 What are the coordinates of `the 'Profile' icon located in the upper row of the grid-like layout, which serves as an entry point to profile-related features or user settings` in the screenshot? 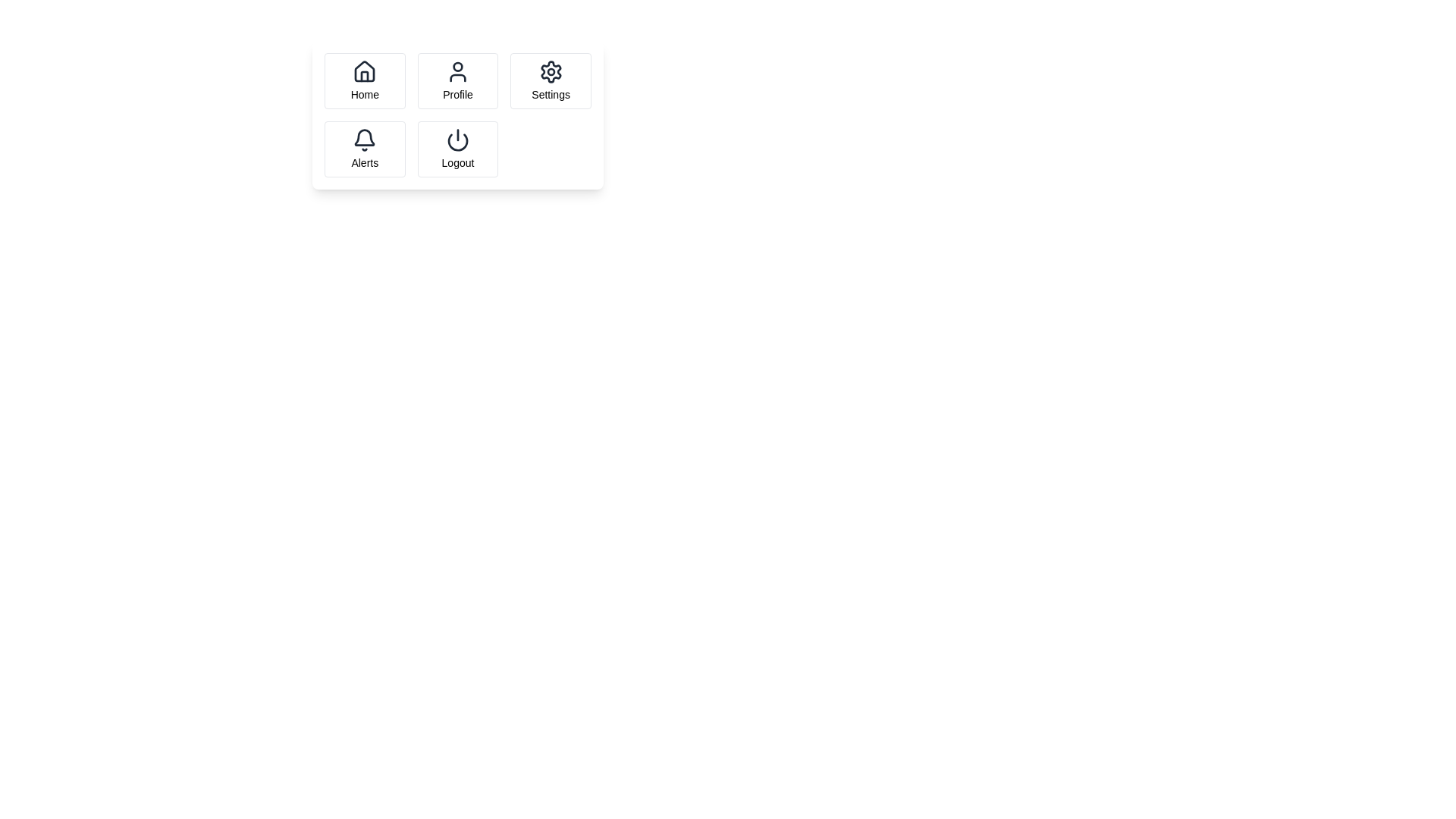 It's located at (457, 72).